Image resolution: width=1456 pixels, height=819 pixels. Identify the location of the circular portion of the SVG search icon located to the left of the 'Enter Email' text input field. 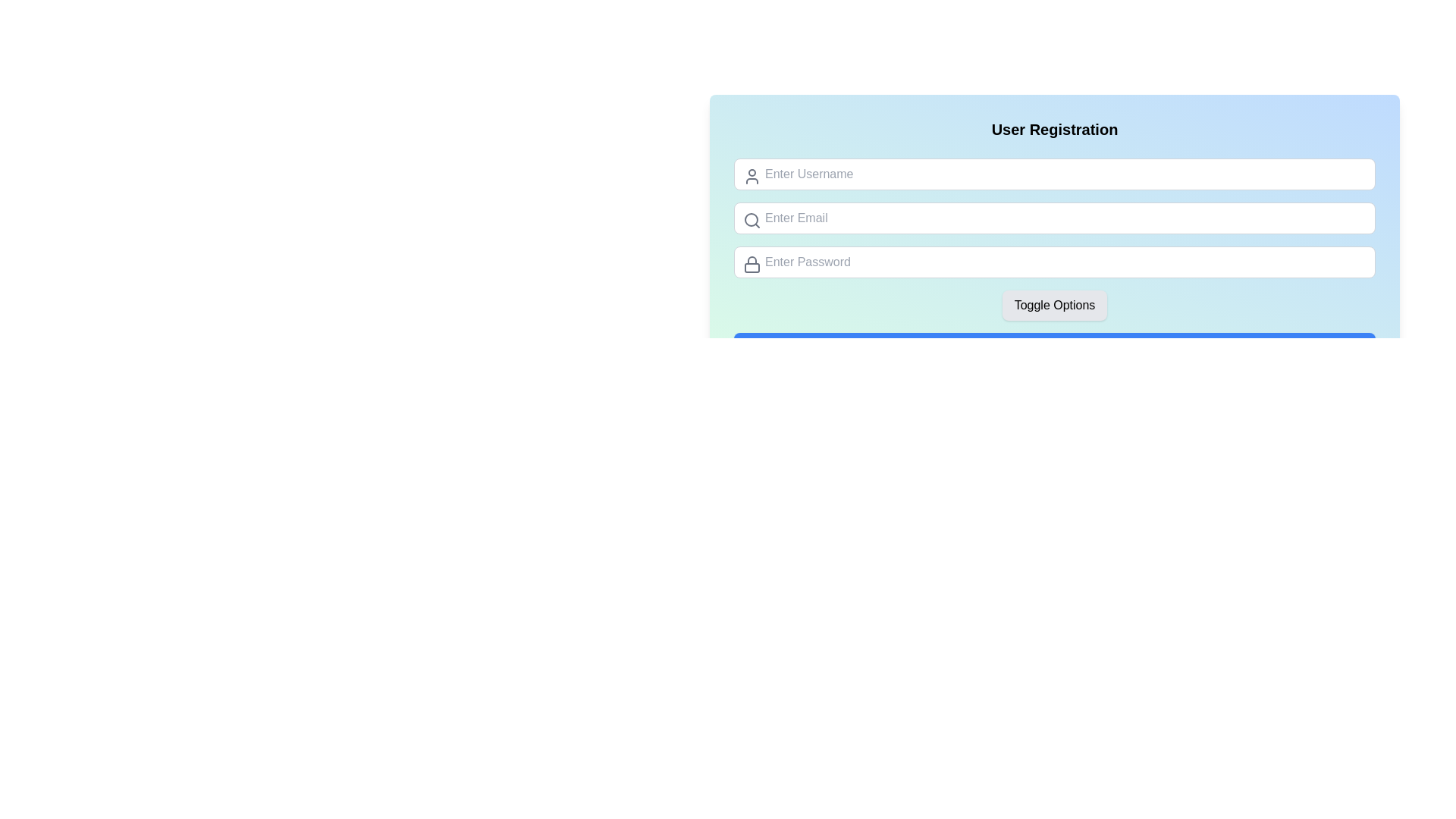
(751, 219).